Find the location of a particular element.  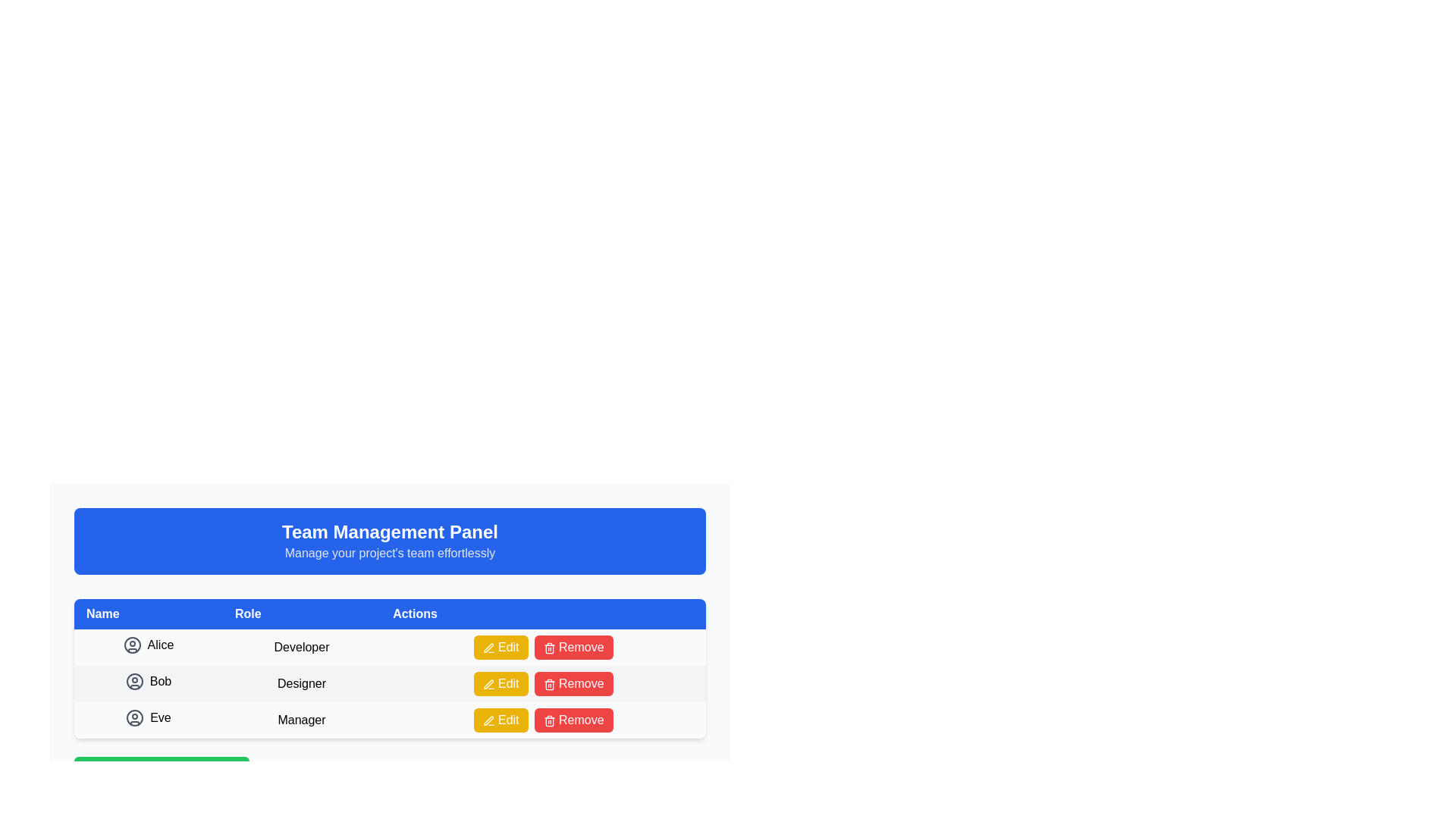

the User Identification Display that shows the name 'Bob' in the second row of the 'Name' column is located at coordinates (149, 680).